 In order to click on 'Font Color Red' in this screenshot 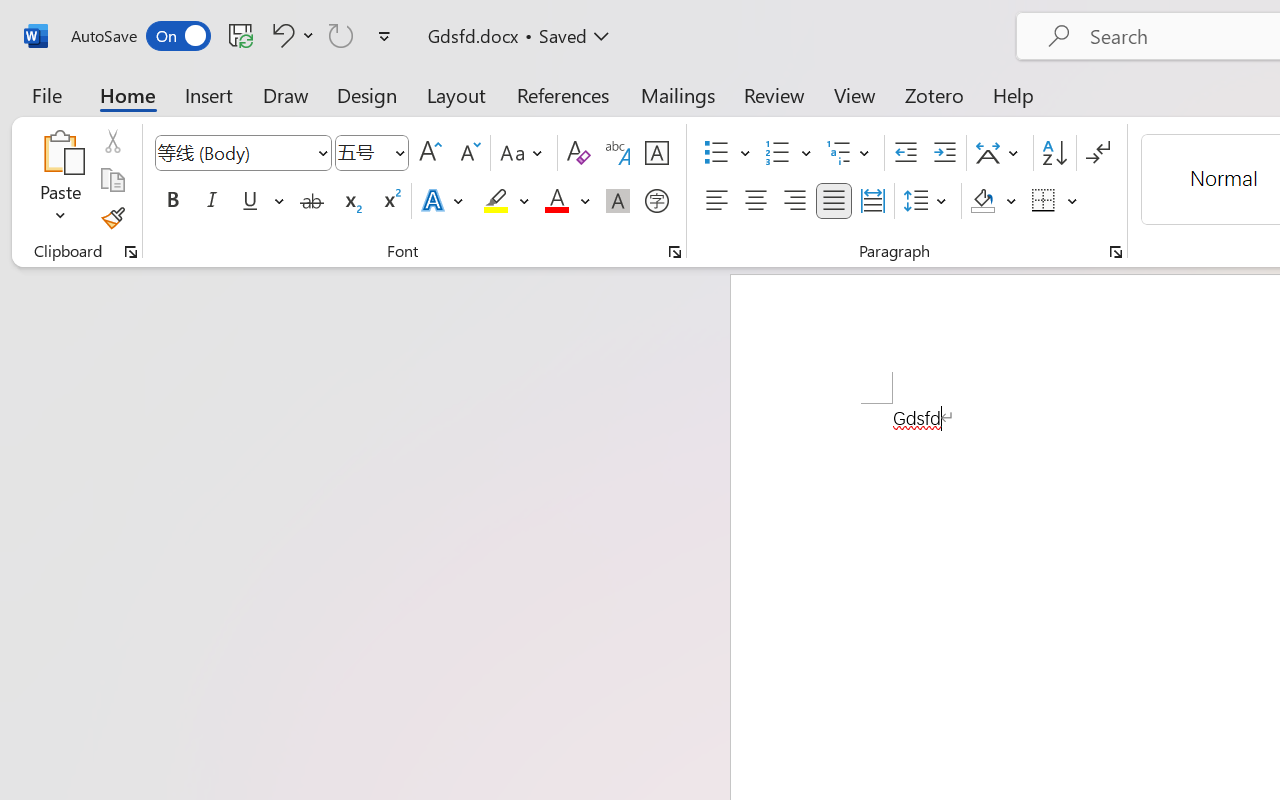, I will do `click(556, 201)`.